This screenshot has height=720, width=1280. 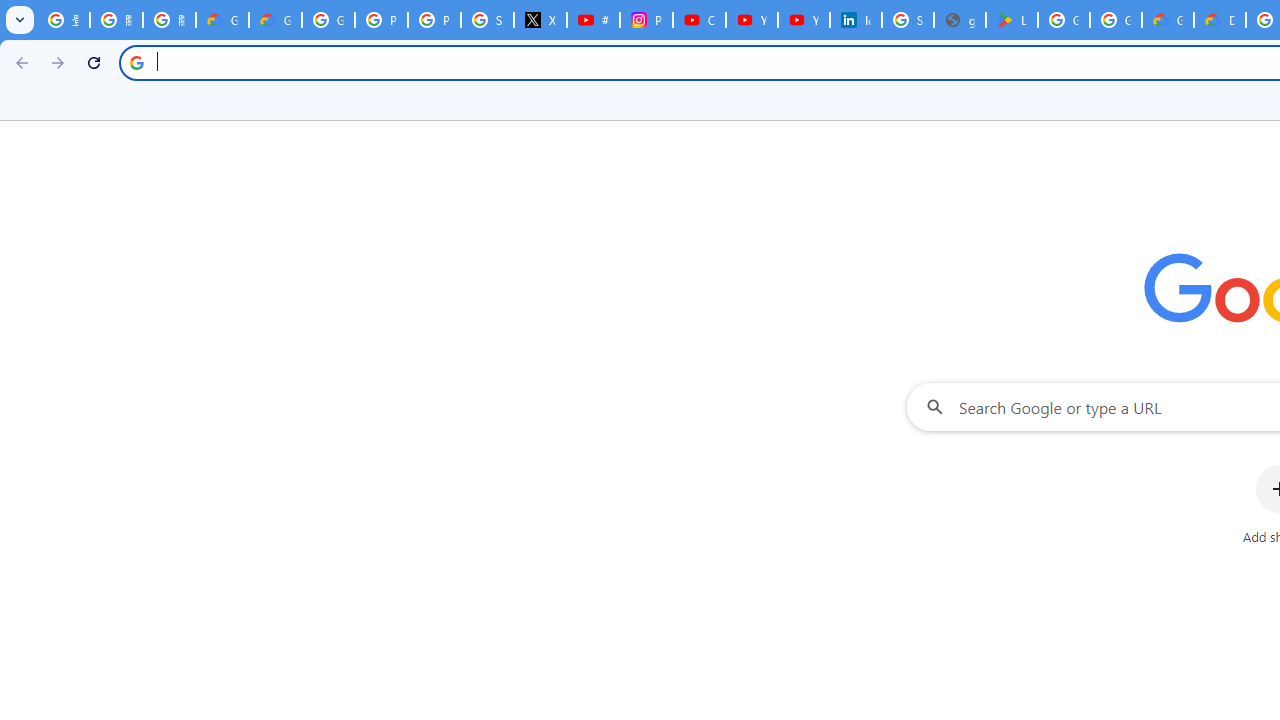 What do you see at coordinates (540, 20) in the screenshot?
I see `'X'` at bounding box center [540, 20].